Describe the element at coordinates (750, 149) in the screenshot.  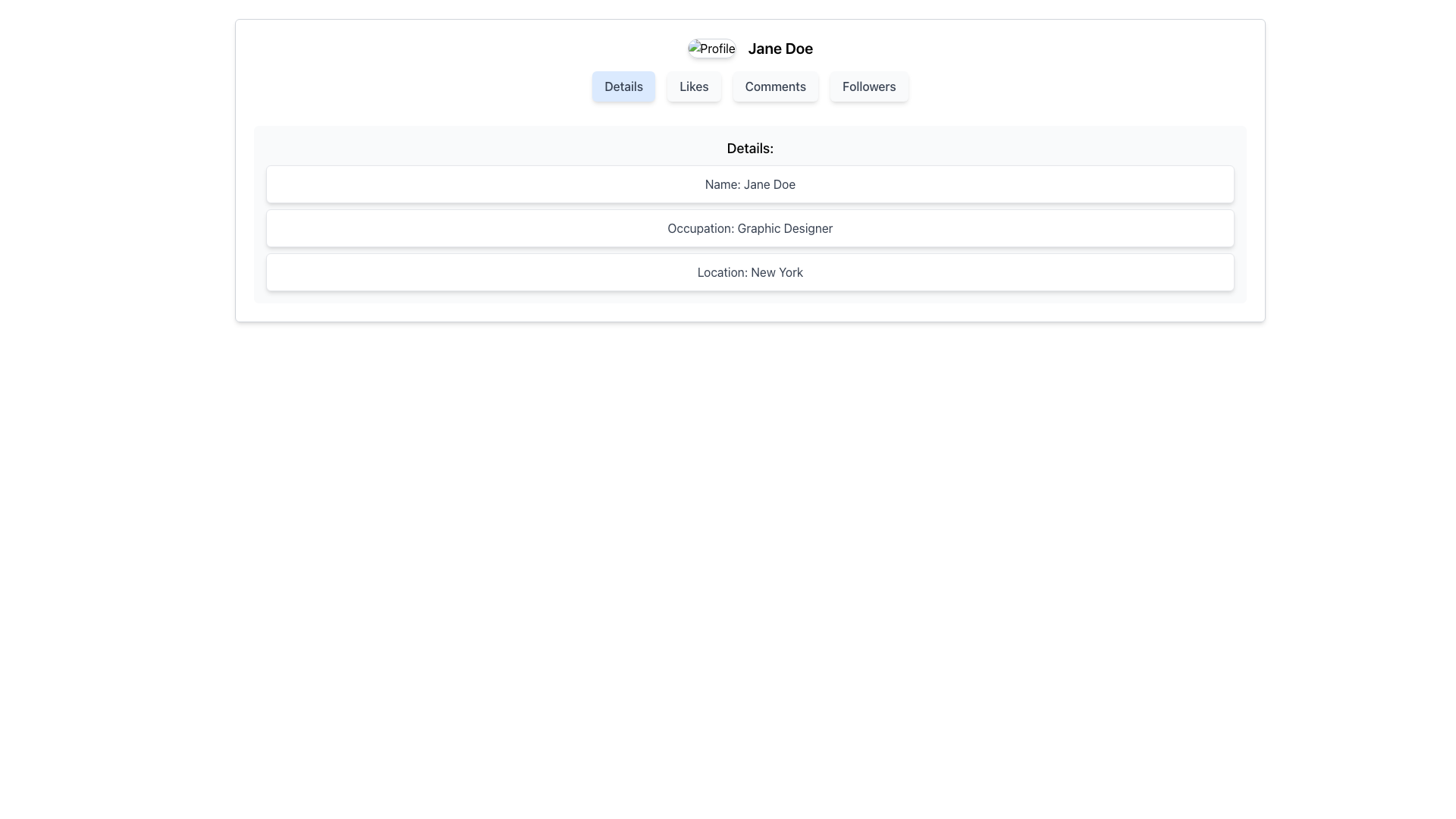
I see `text label 'Details:' which is displayed in large, bold font at the top-left of the section` at that location.